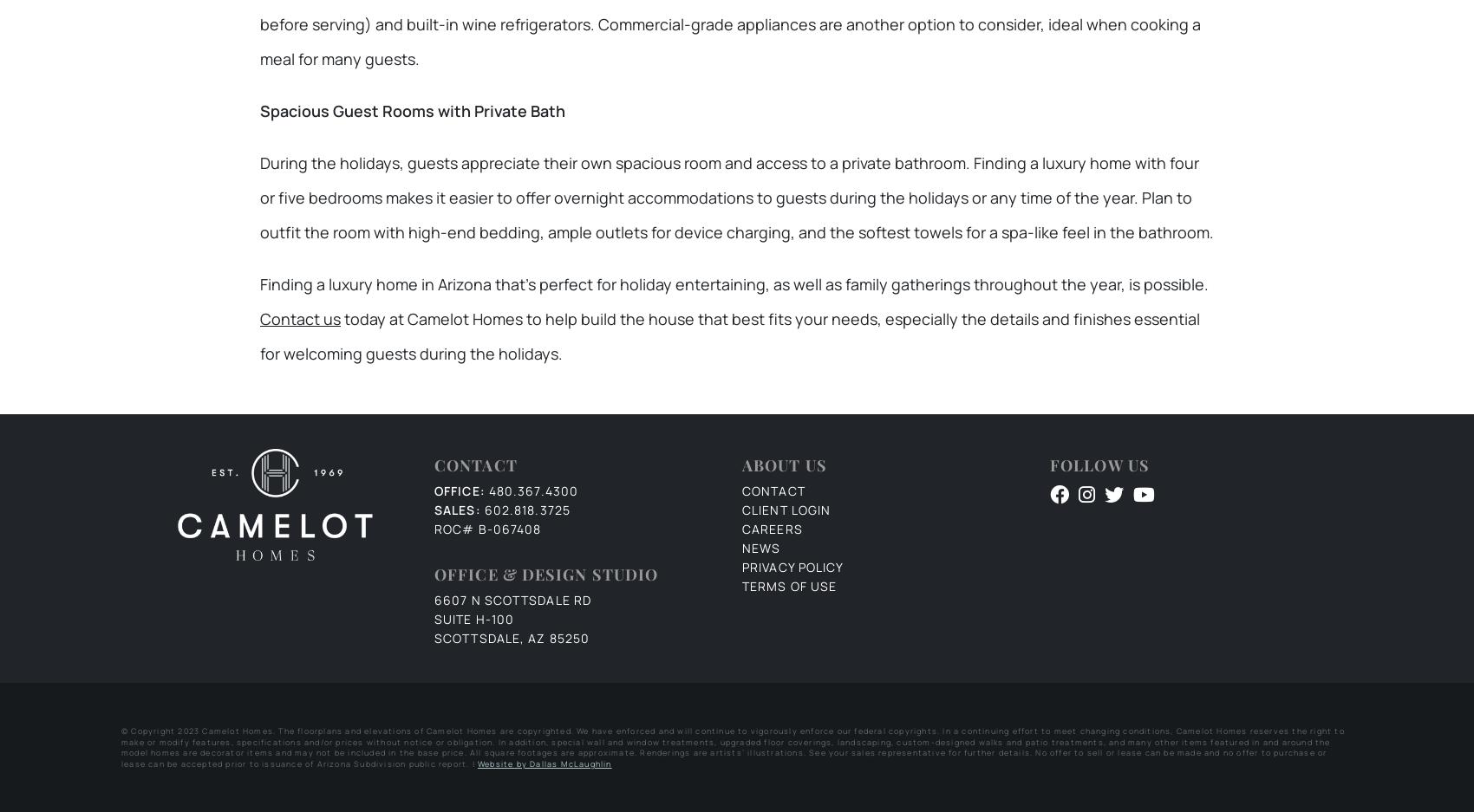 This screenshot has height=812, width=1474. I want to click on 'today at Camelot Homes to help build the house that best fits your needs, especially the details and finishes essential for welcoming guests during the holidays.', so click(260, 335).